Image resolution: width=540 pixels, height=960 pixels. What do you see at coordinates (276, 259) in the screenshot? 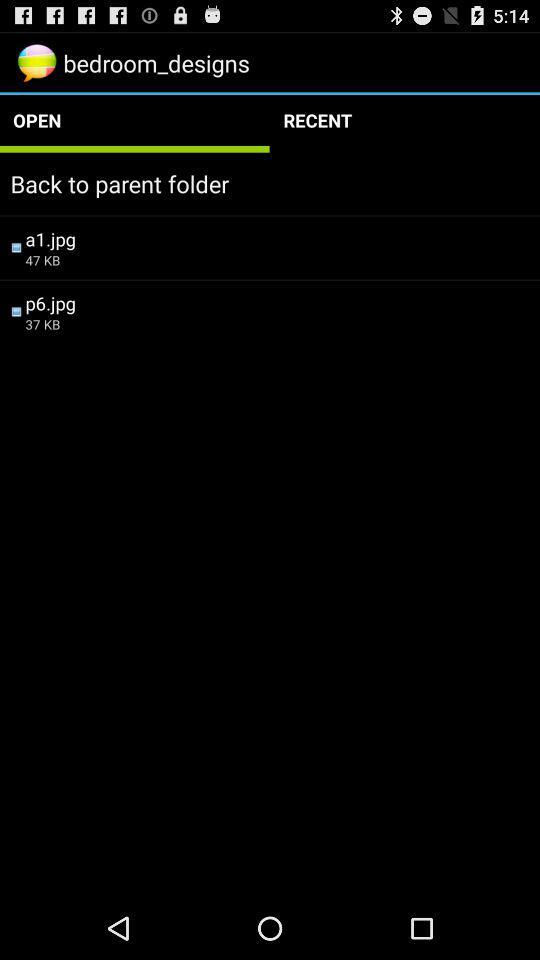
I see `the item below a1.jpg icon` at bounding box center [276, 259].